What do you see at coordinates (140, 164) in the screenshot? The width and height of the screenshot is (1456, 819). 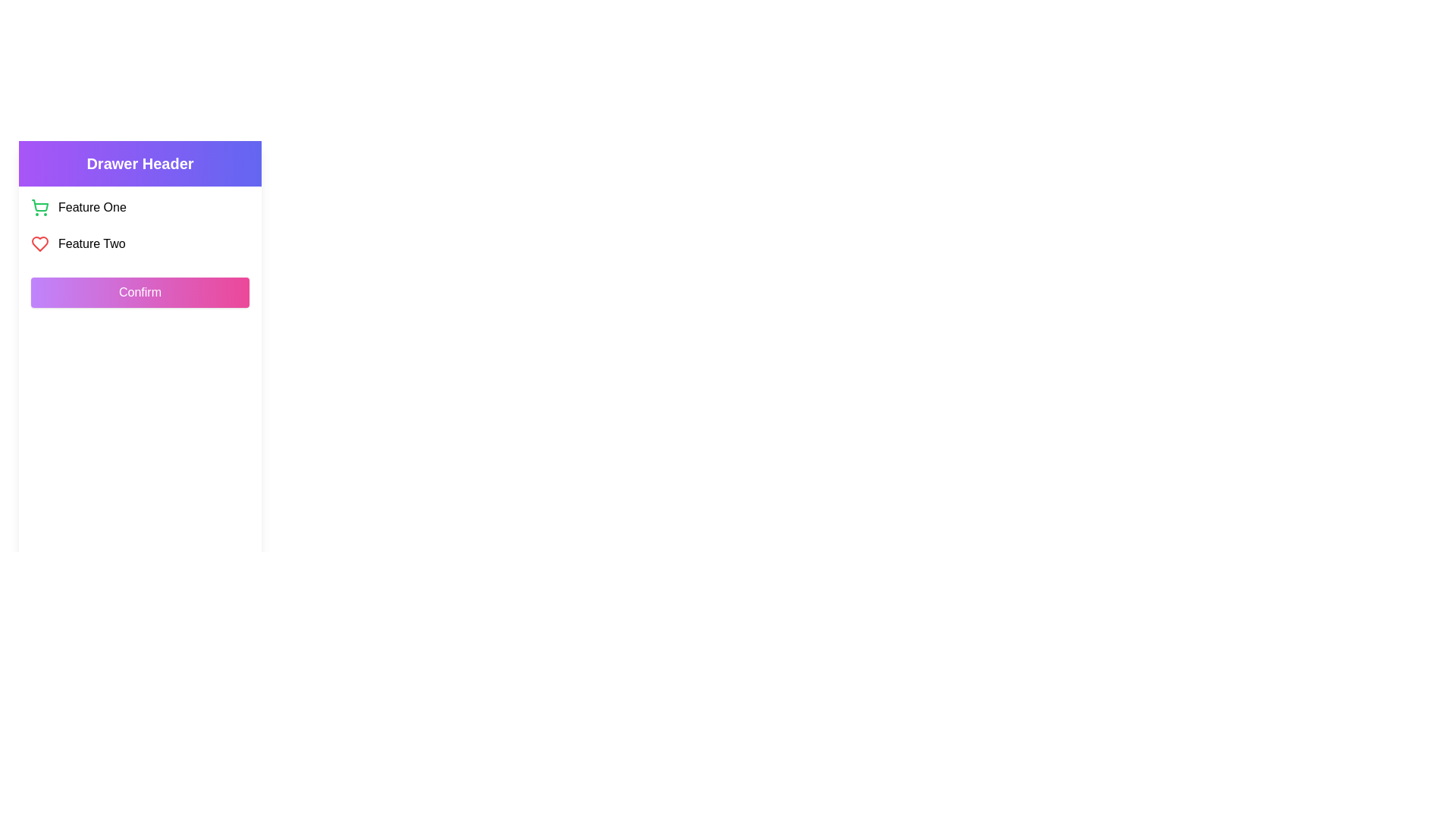 I see `the header labeled 'Drawer Header' with a gradient background, which is positioned at the top of the drawer interface` at bounding box center [140, 164].